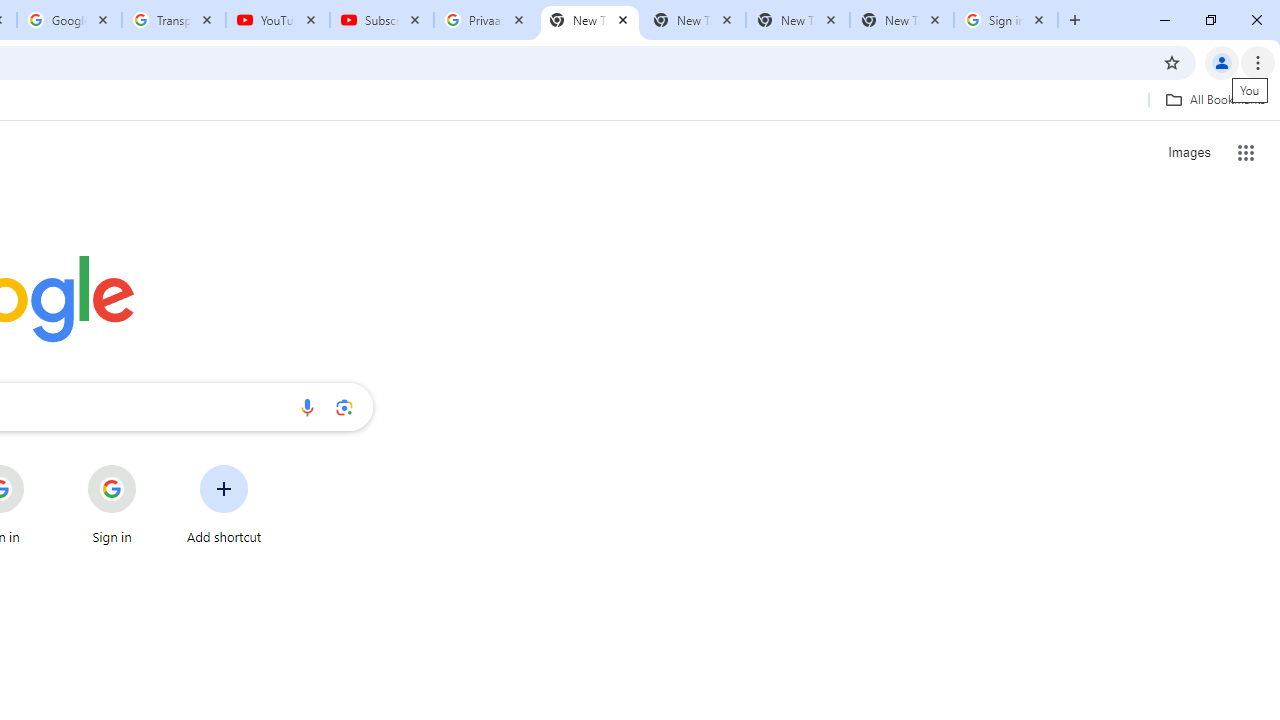 This screenshot has width=1280, height=720. Describe the element at coordinates (382, 20) in the screenshot. I see `'Subscriptions - YouTube'` at that location.